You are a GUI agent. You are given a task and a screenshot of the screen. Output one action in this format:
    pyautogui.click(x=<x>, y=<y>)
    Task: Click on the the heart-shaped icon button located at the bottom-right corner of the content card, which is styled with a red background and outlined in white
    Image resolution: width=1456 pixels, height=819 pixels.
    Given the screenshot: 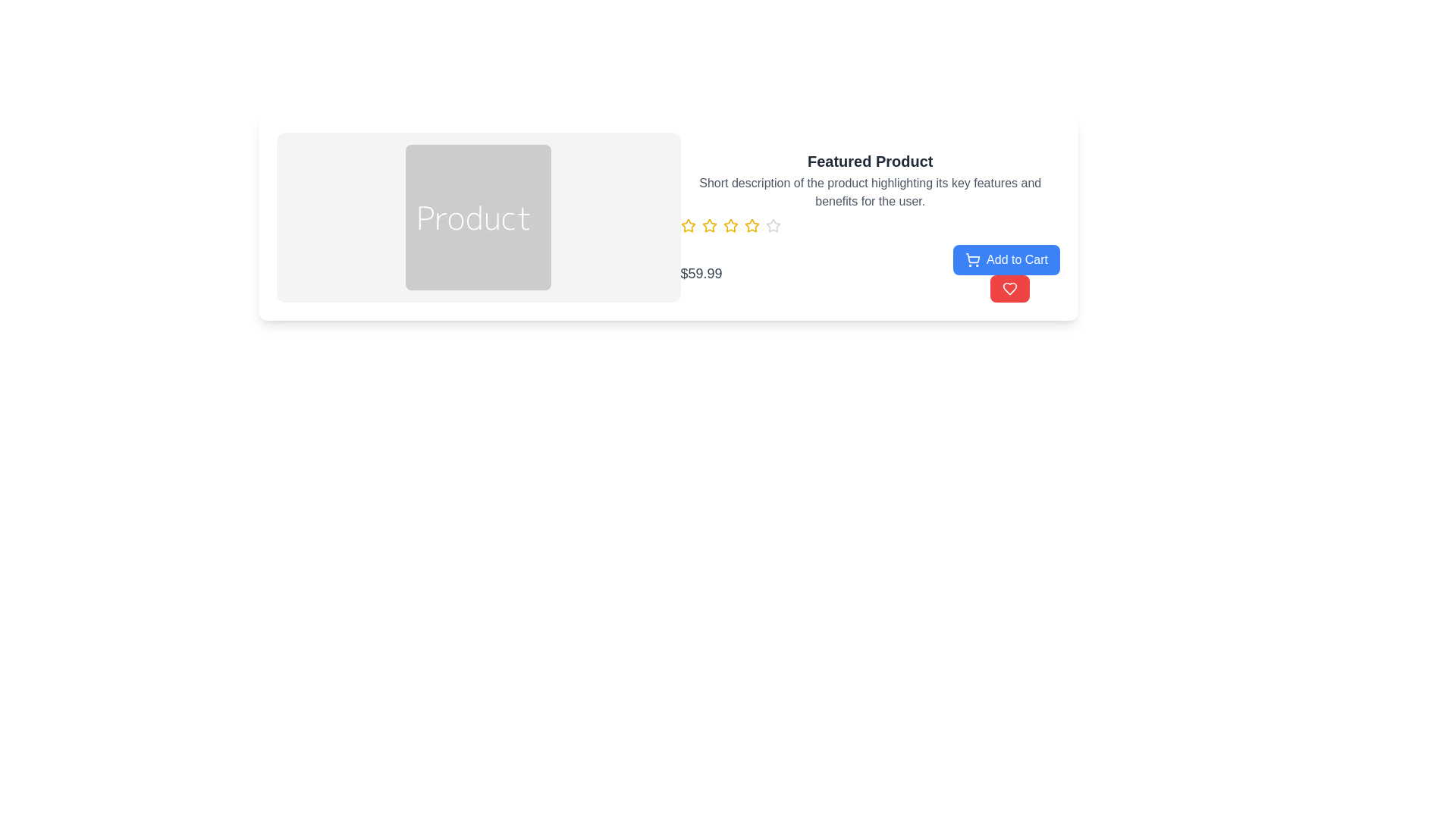 What is the action you would take?
    pyautogui.click(x=1009, y=289)
    